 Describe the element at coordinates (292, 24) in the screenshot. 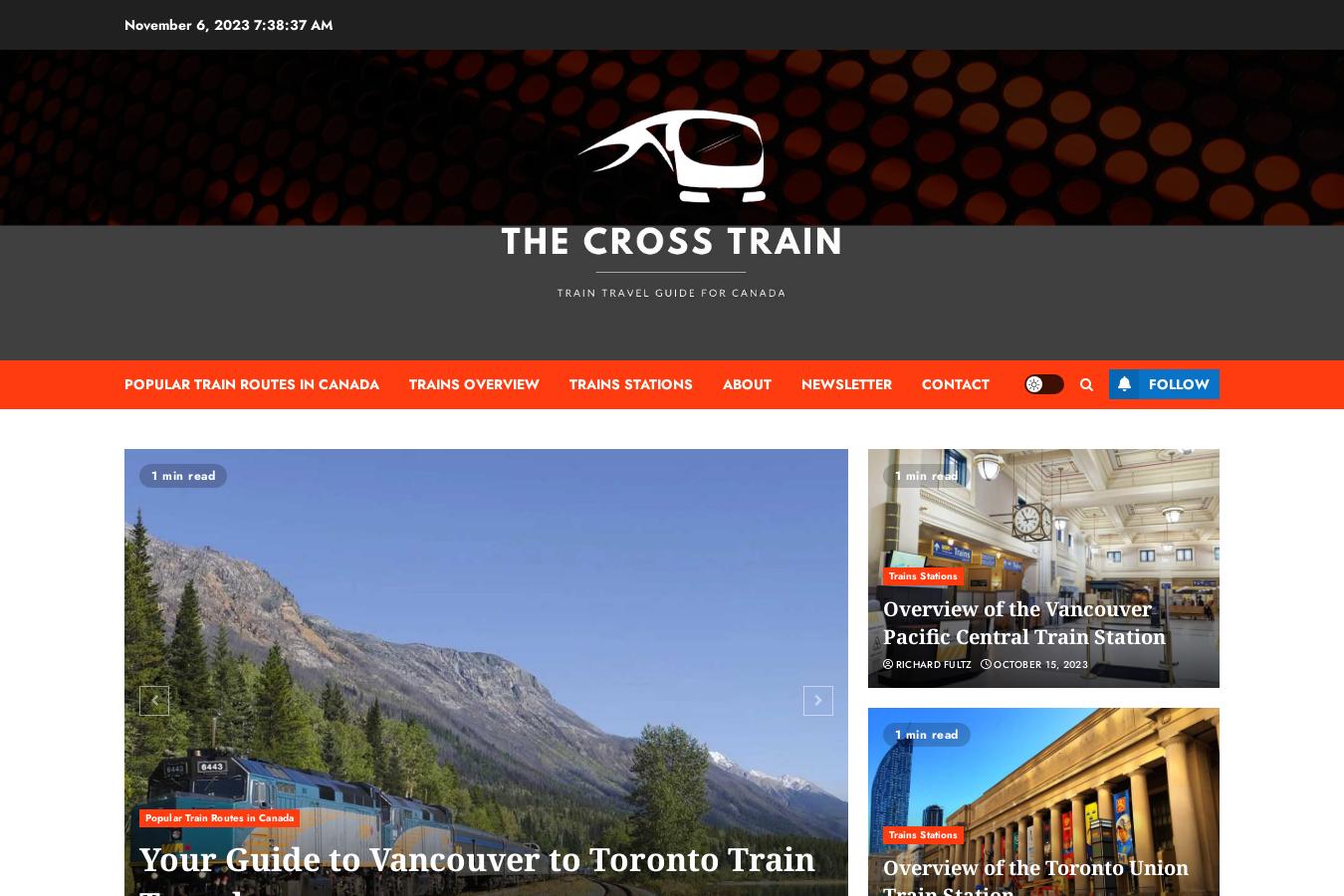

I see `'7:38:38 AM'` at that location.